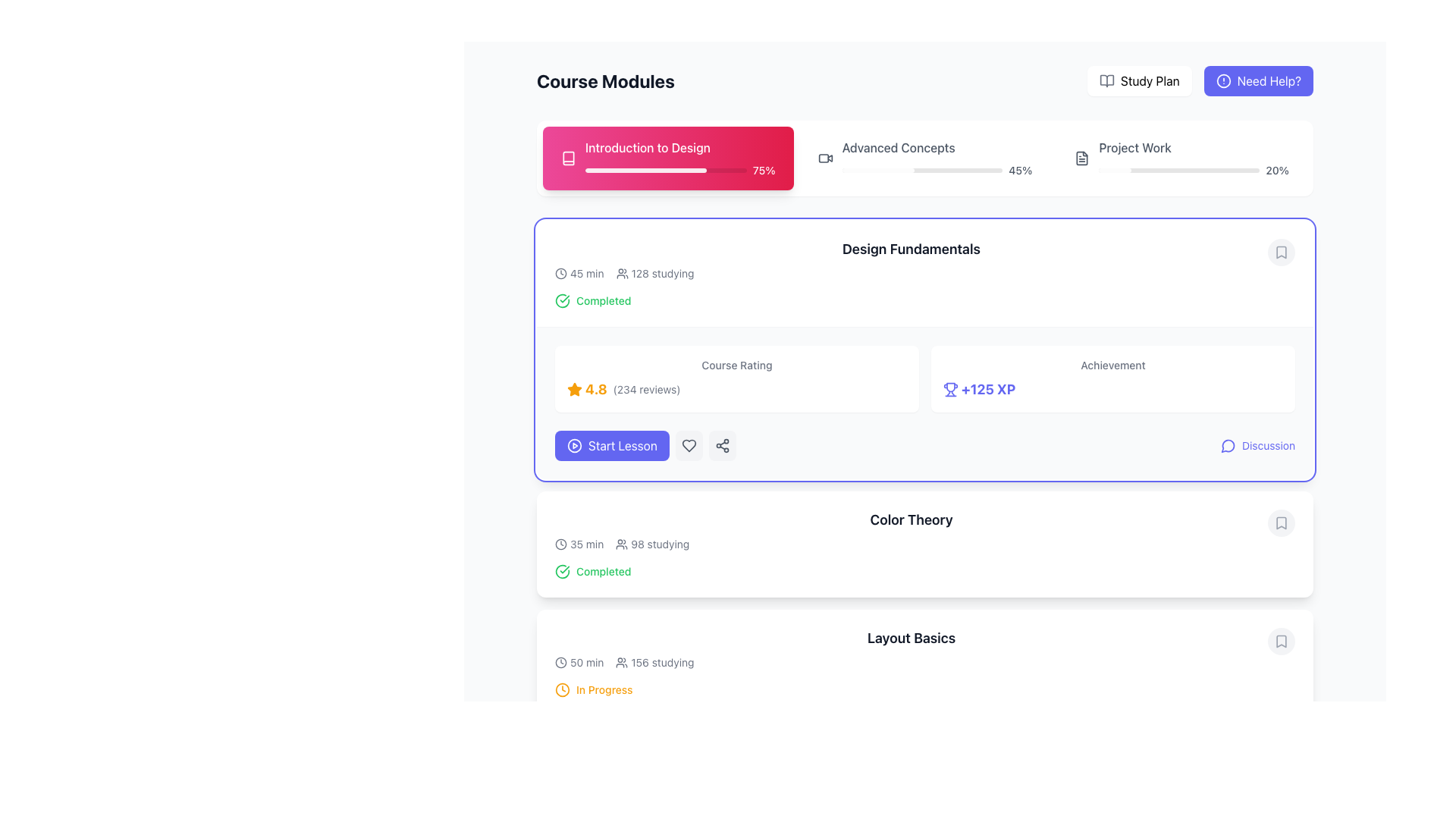 This screenshot has width=1456, height=819. What do you see at coordinates (1269, 444) in the screenshot?
I see `the 'Discussion' text link located at the bottom-right corner of the 'Design Fundamentals' card` at bounding box center [1269, 444].